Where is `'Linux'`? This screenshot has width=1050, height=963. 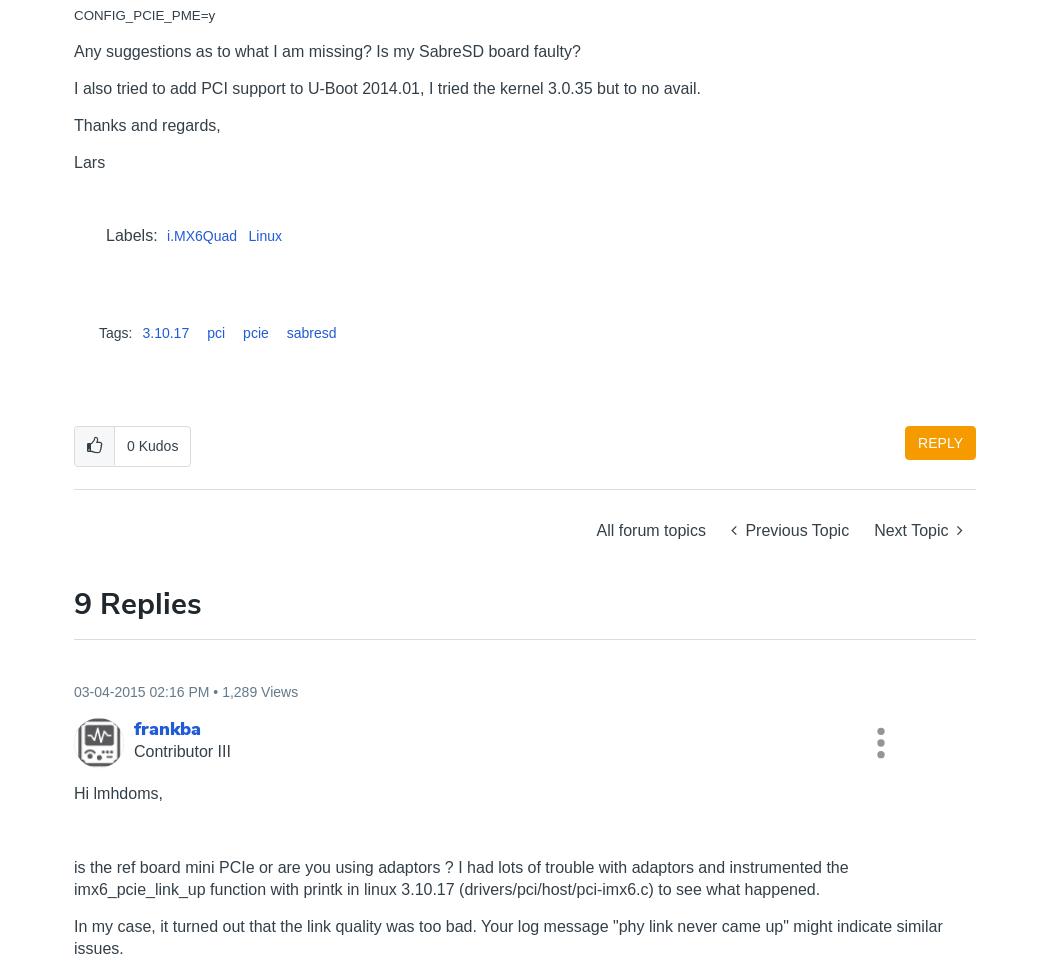 'Linux' is located at coordinates (264, 236).